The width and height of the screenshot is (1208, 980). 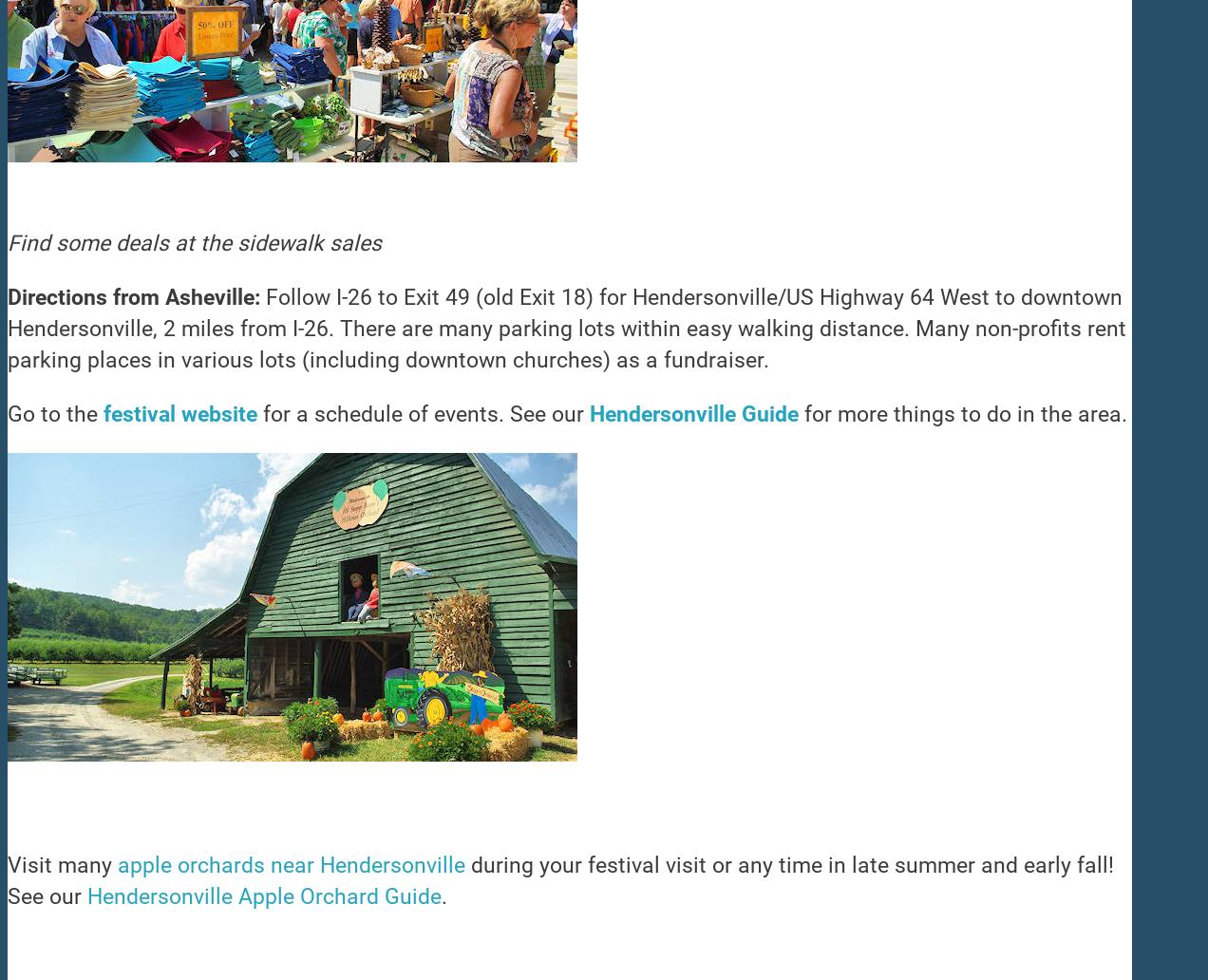 What do you see at coordinates (443, 895) in the screenshot?
I see `'.'` at bounding box center [443, 895].